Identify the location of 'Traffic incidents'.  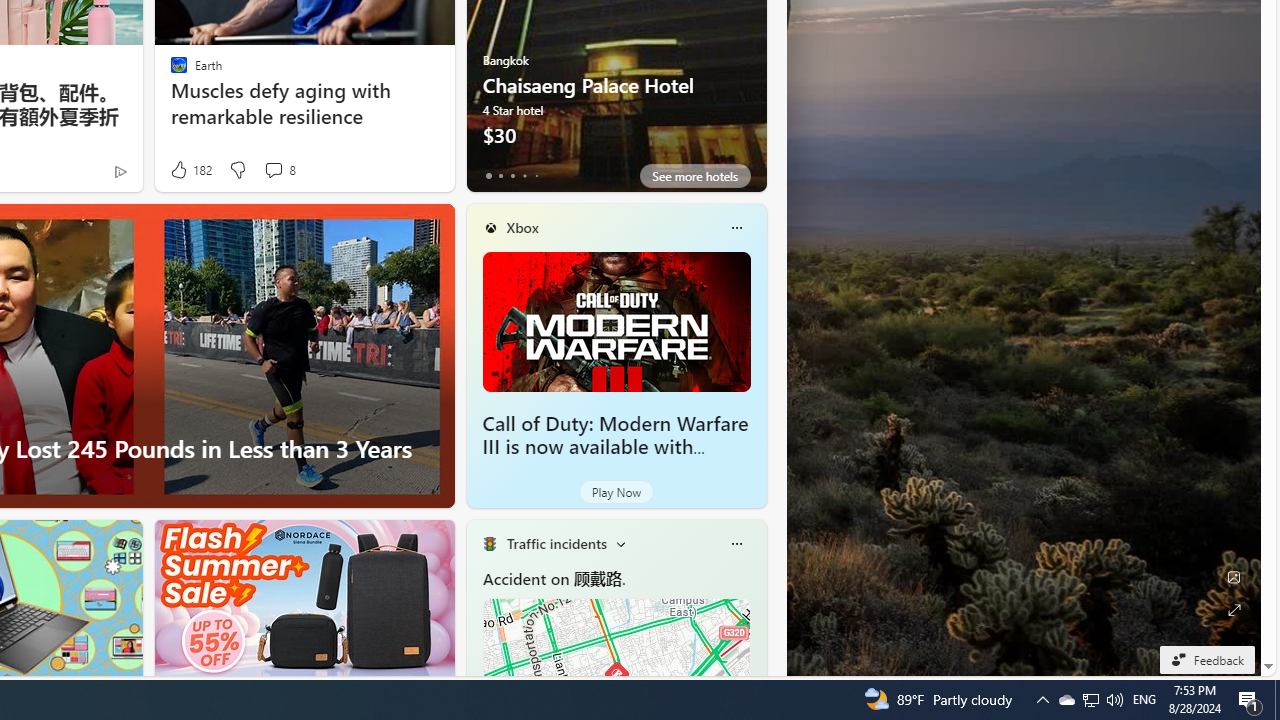
(556, 543).